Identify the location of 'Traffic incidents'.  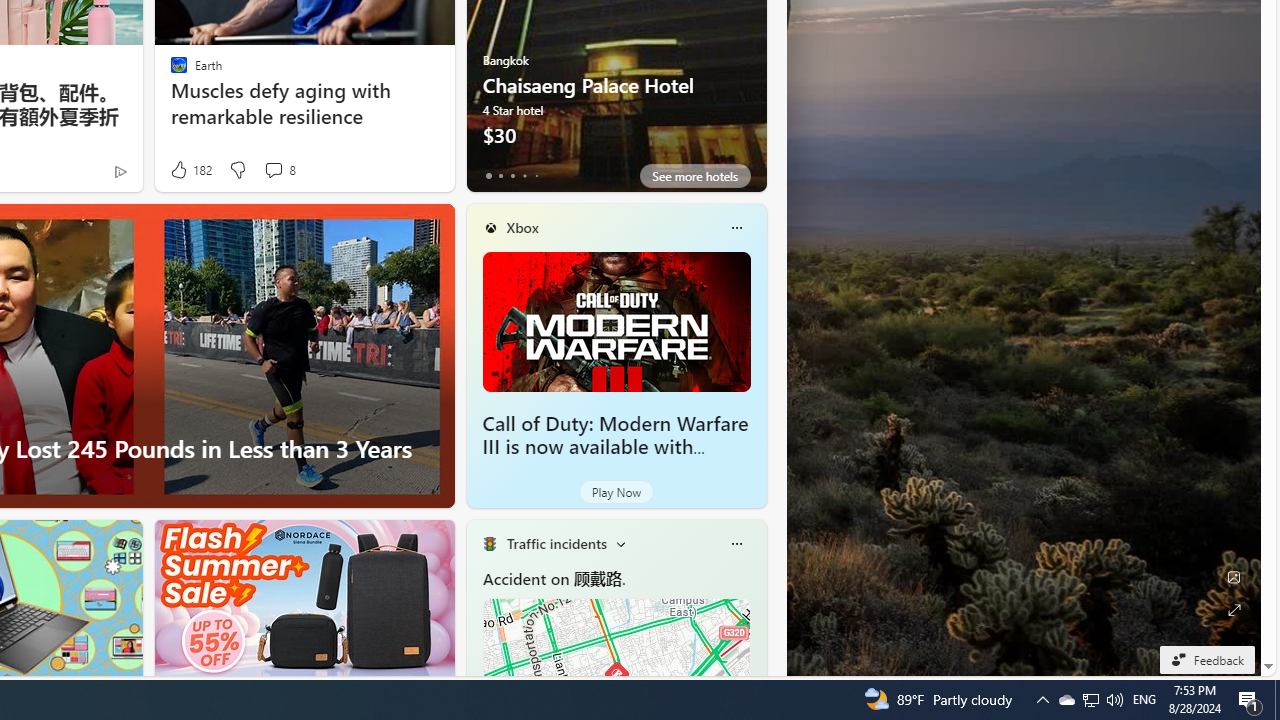
(556, 543).